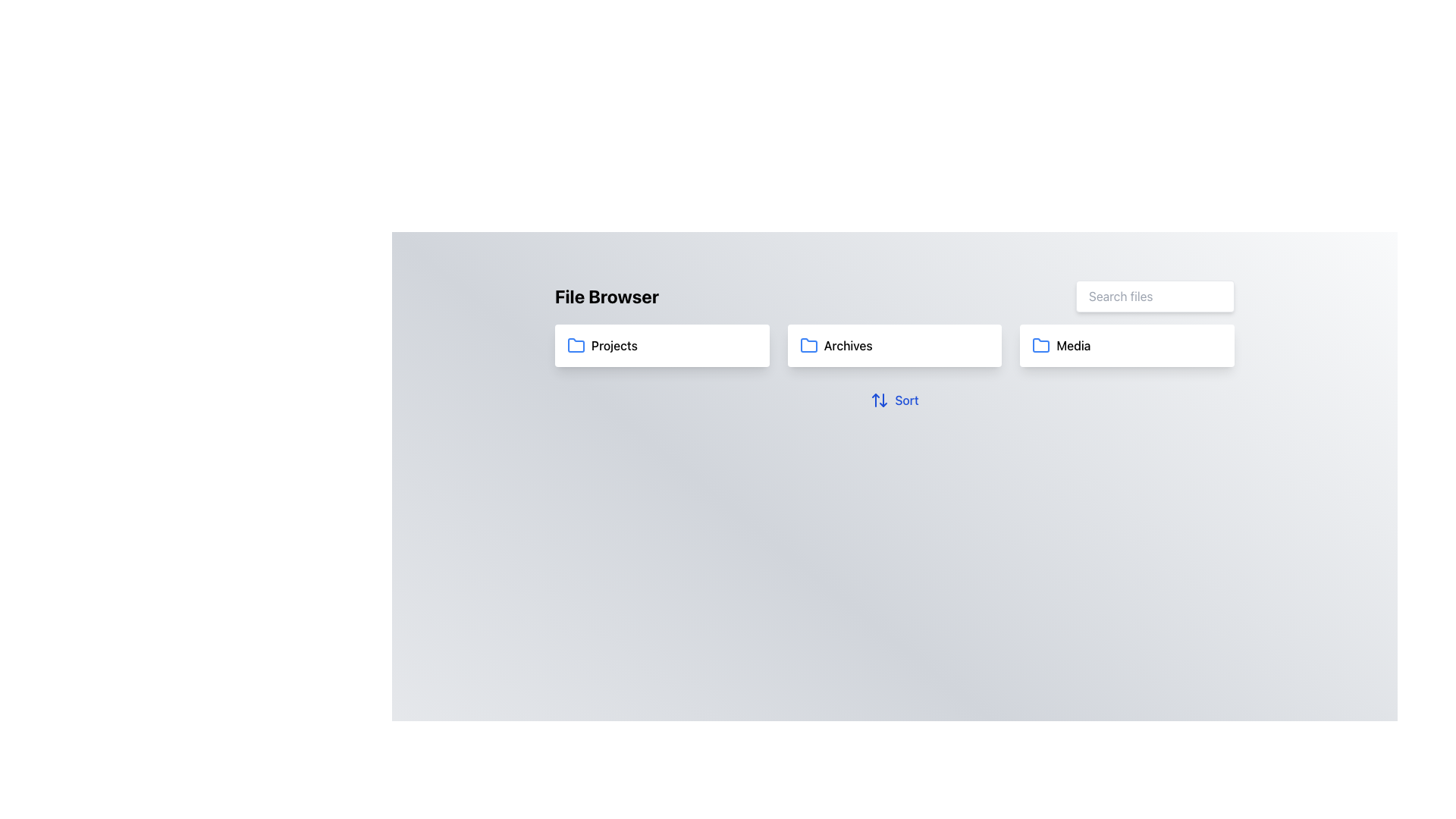 The height and width of the screenshot is (819, 1456). I want to click on the 'Archives' text label located inside the card, positioned to the right of the folder icon and centered vertically within the card, so click(847, 345).